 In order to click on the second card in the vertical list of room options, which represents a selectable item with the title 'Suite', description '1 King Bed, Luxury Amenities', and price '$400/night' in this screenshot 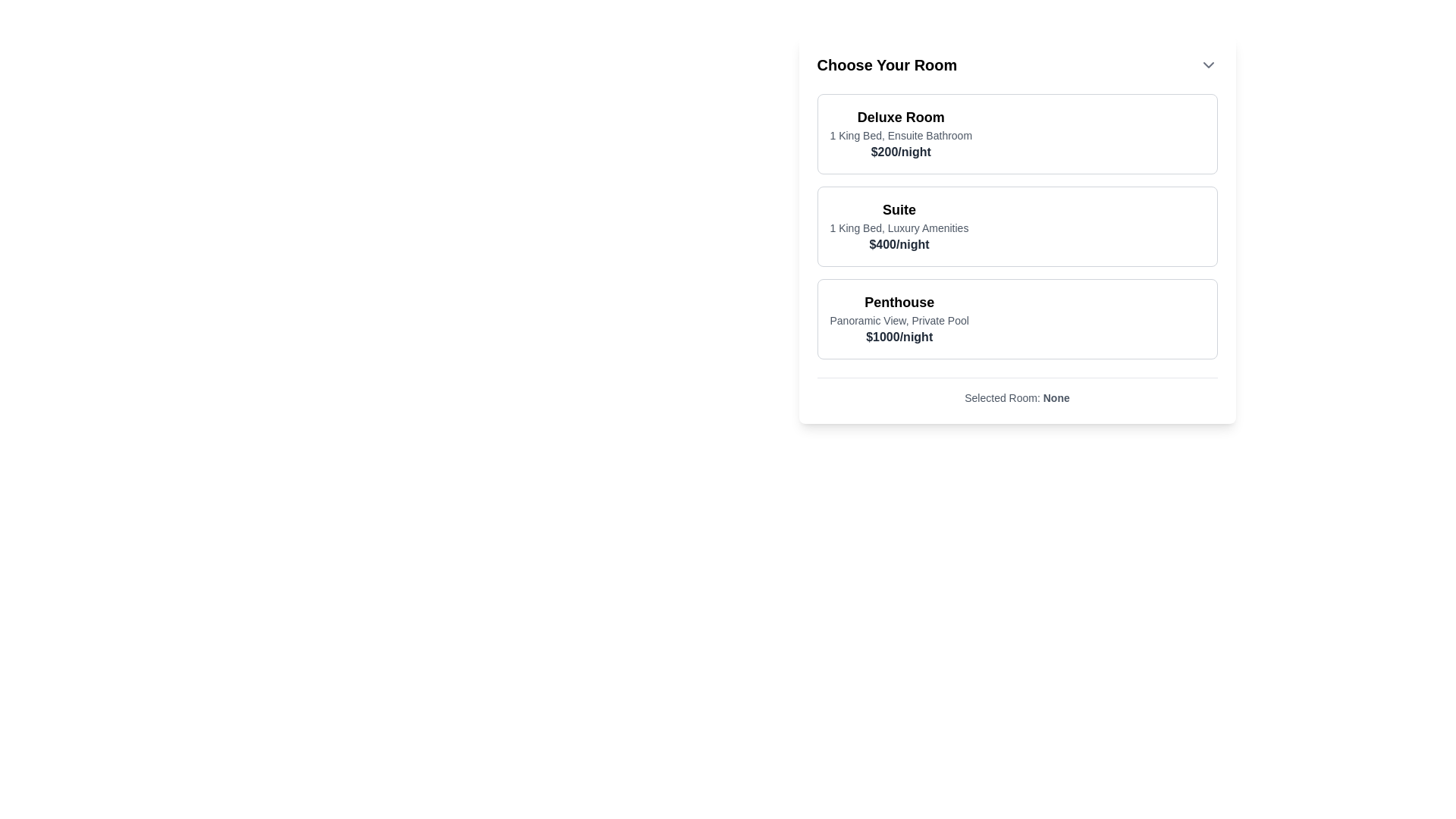, I will do `click(1017, 227)`.